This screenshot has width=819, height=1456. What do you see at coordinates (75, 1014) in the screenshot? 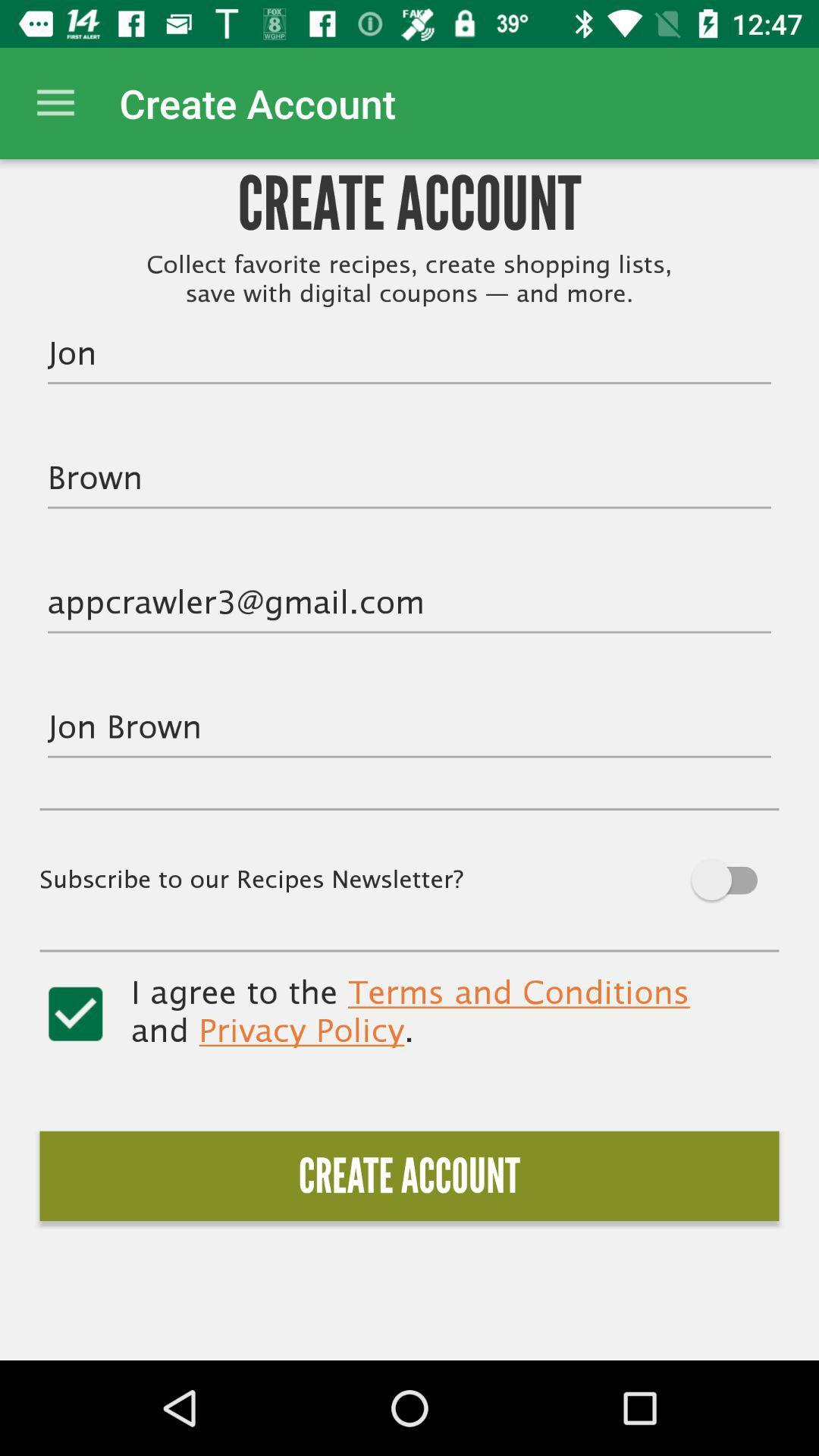
I see `check to agree to the terms and conditions and privacy policy` at bounding box center [75, 1014].